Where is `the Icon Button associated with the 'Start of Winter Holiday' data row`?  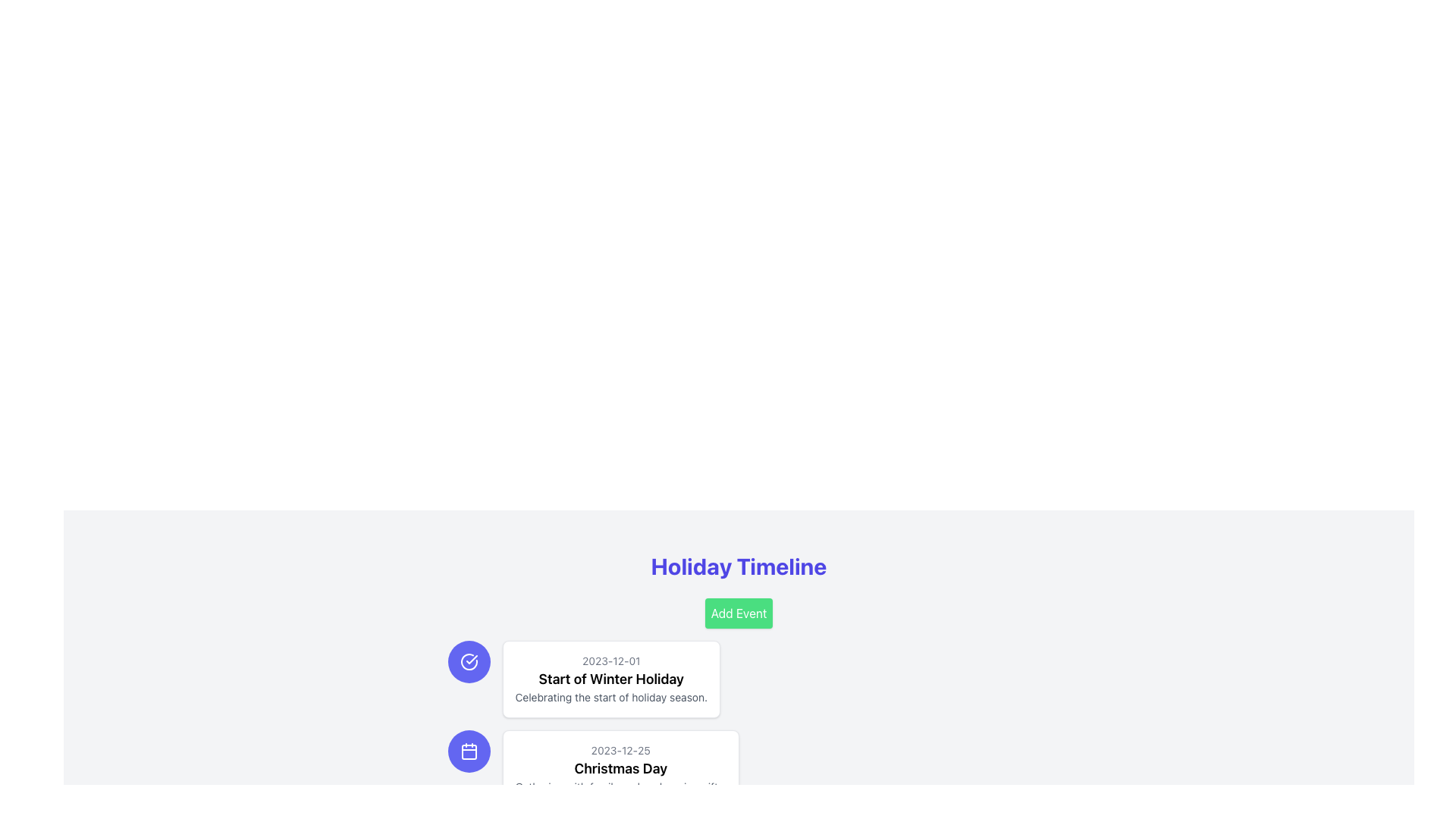 the Icon Button associated with the 'Start of Winter Holiday' data row is located at coordinates (468, 661).